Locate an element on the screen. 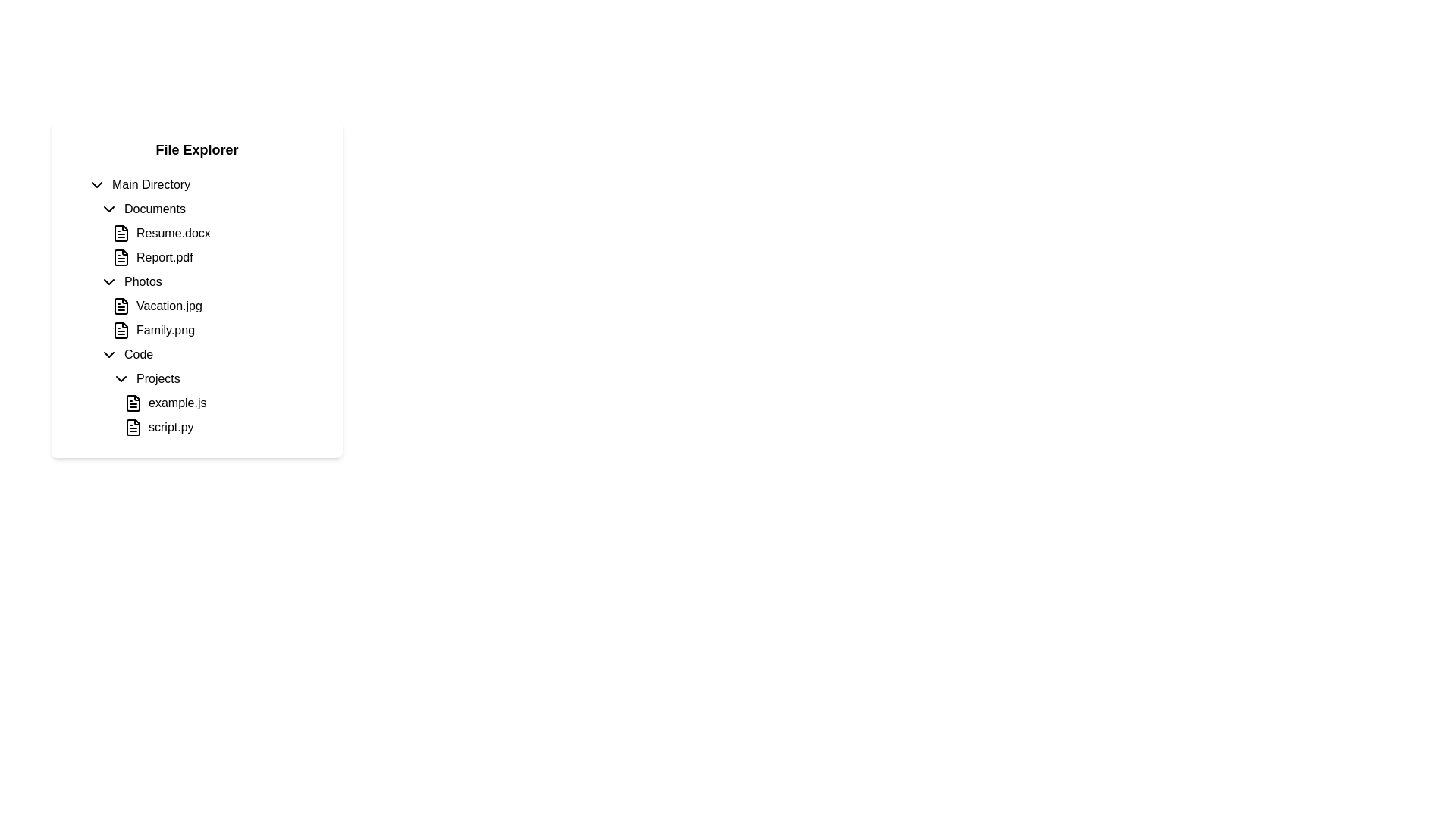 The image size is (1456, 819). the downward-pointing black chevron icon next to the 'Code' label is located at coordinates (108, 354).